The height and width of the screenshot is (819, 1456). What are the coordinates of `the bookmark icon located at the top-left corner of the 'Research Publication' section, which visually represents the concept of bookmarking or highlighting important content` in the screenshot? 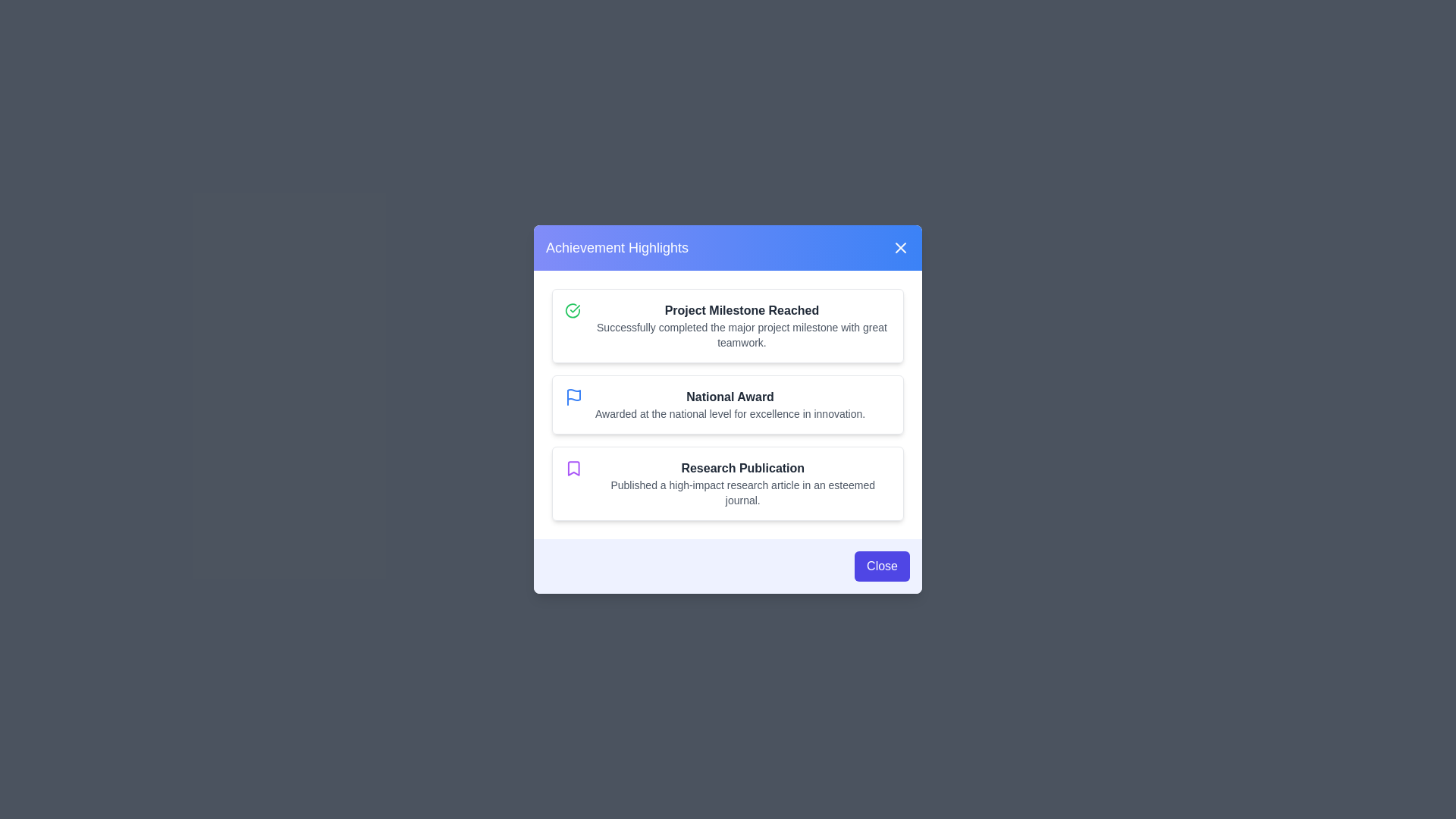 It's located at (573, 467).